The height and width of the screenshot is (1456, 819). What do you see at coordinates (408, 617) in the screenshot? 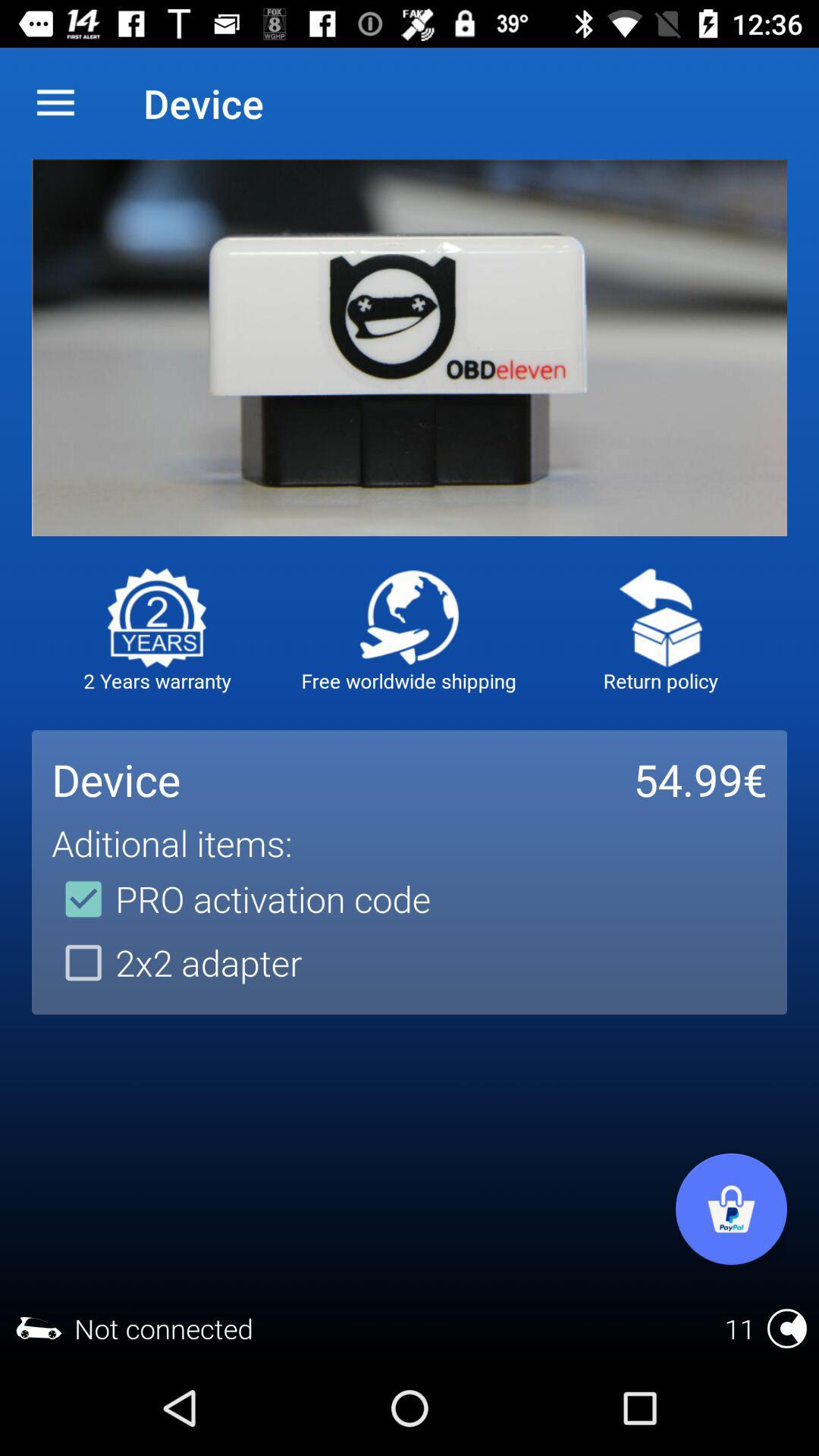
I see `purchase button global shipping select ship method` at bounding box center [408, 617].